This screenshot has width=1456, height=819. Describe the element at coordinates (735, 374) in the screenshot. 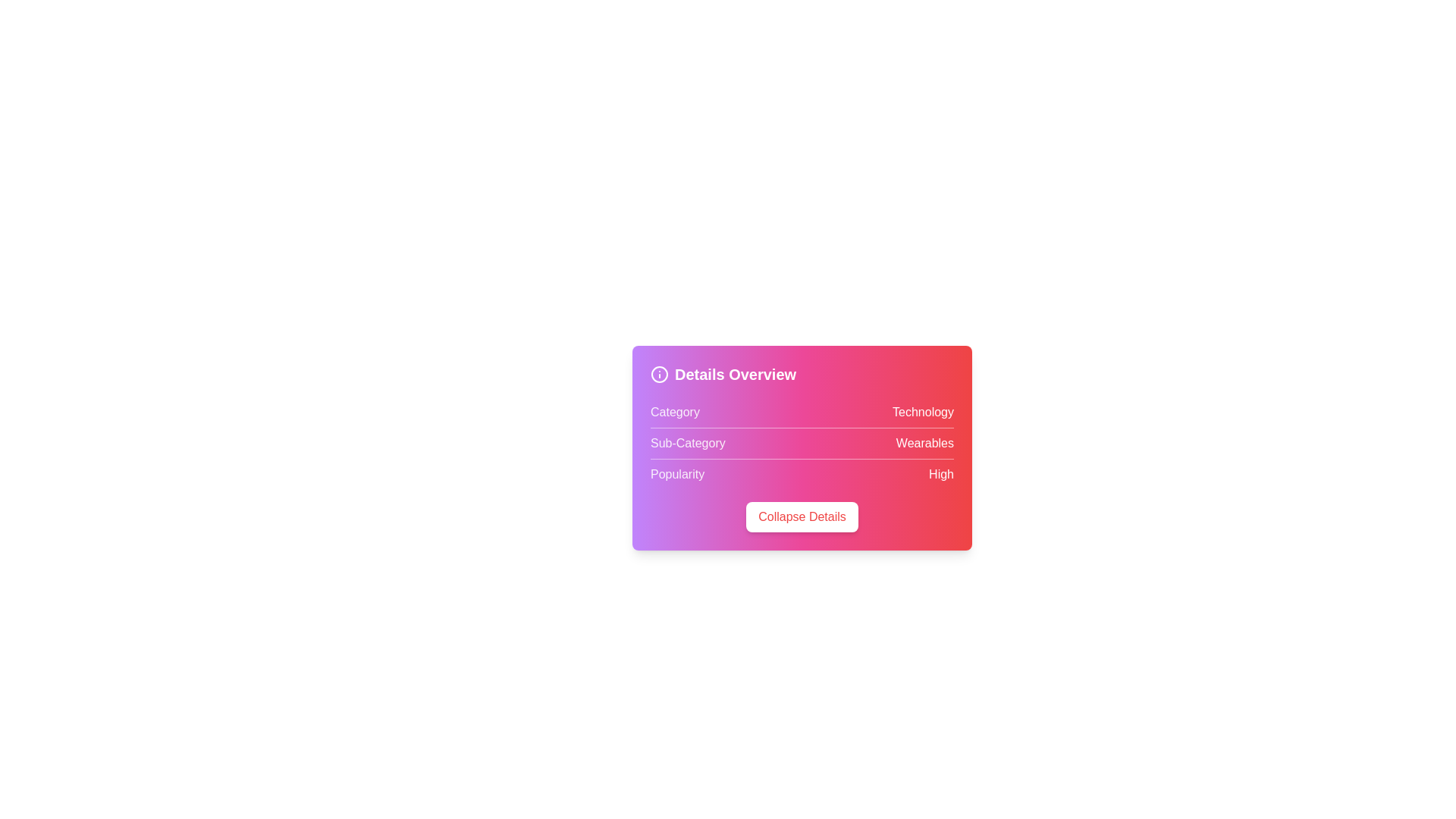

I see `text label that serves as the header for the informational card, located to the right of the circular info icon at the top-left corner of the card layout` at that location.